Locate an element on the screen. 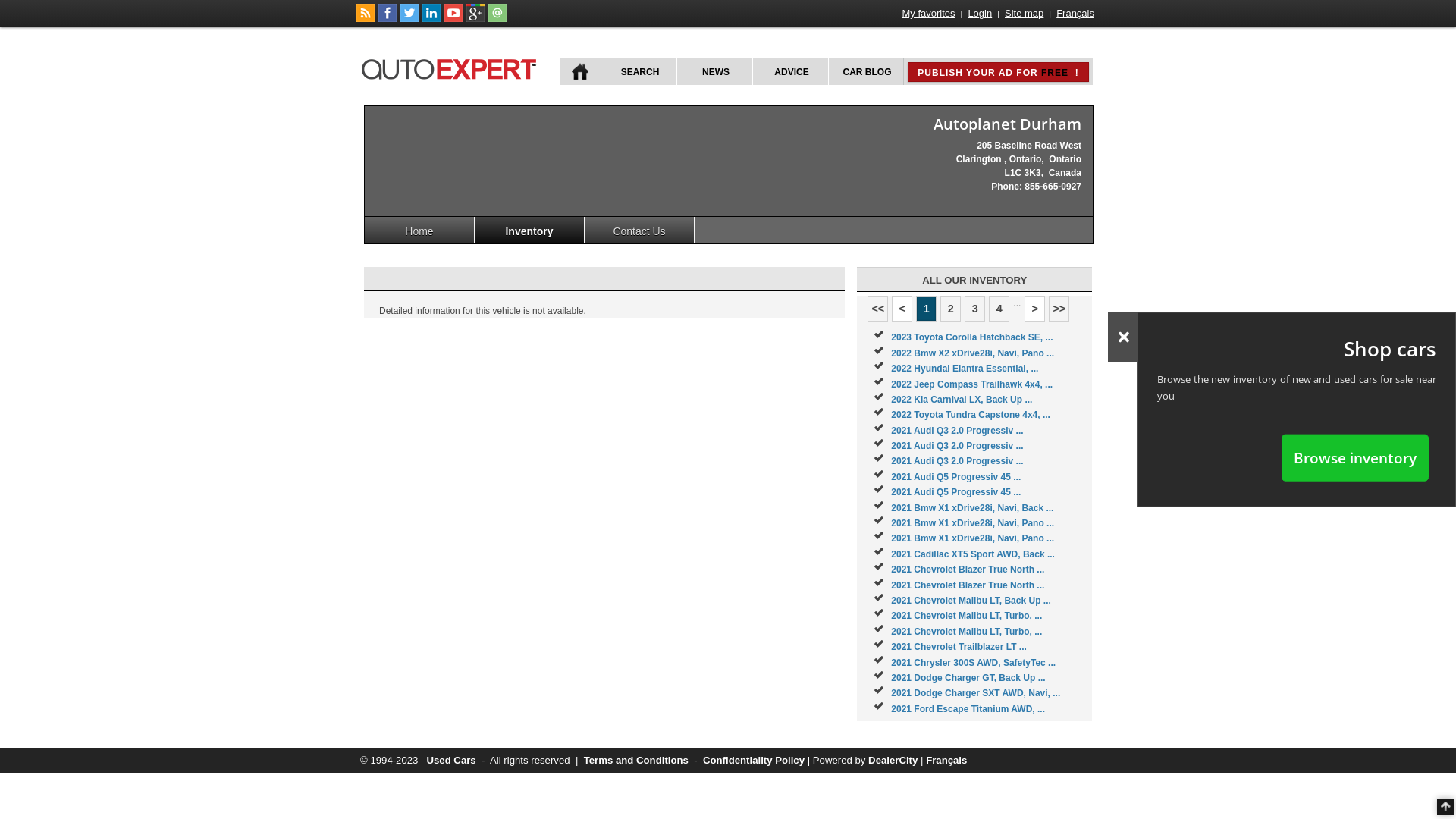  'Follow autoExpert.ca on Youtube' is located at coordinates (453, 18).